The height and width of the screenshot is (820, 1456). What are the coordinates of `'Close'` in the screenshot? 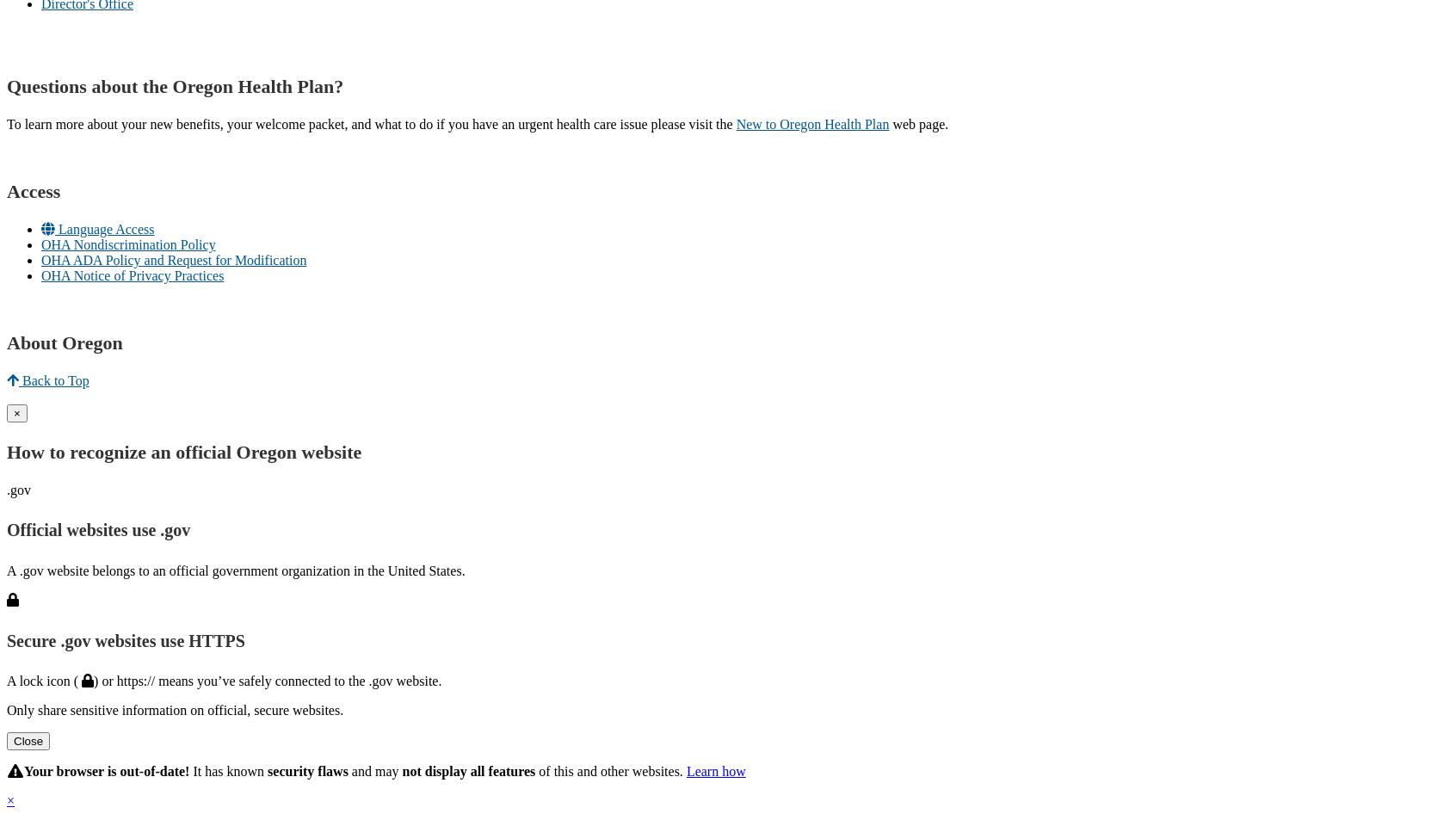 It's located at (27, 741).